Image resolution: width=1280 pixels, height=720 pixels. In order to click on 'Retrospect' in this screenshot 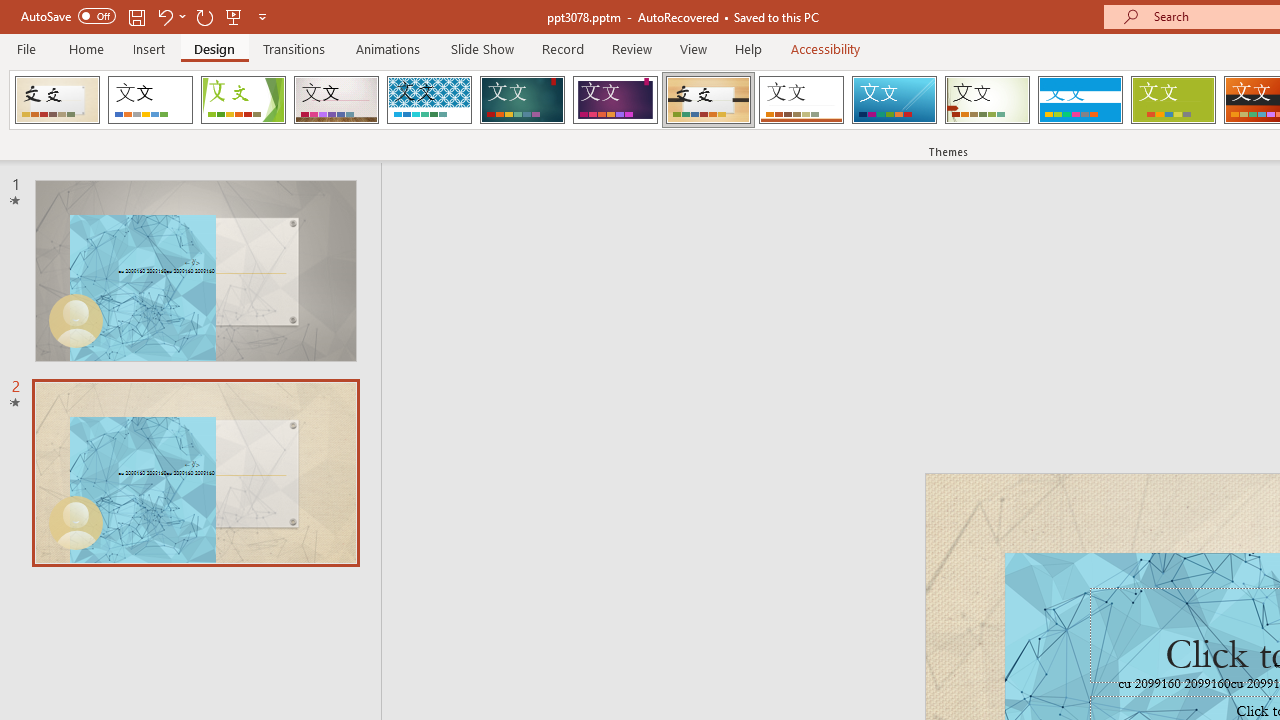, I will do `click(801, 100)`.